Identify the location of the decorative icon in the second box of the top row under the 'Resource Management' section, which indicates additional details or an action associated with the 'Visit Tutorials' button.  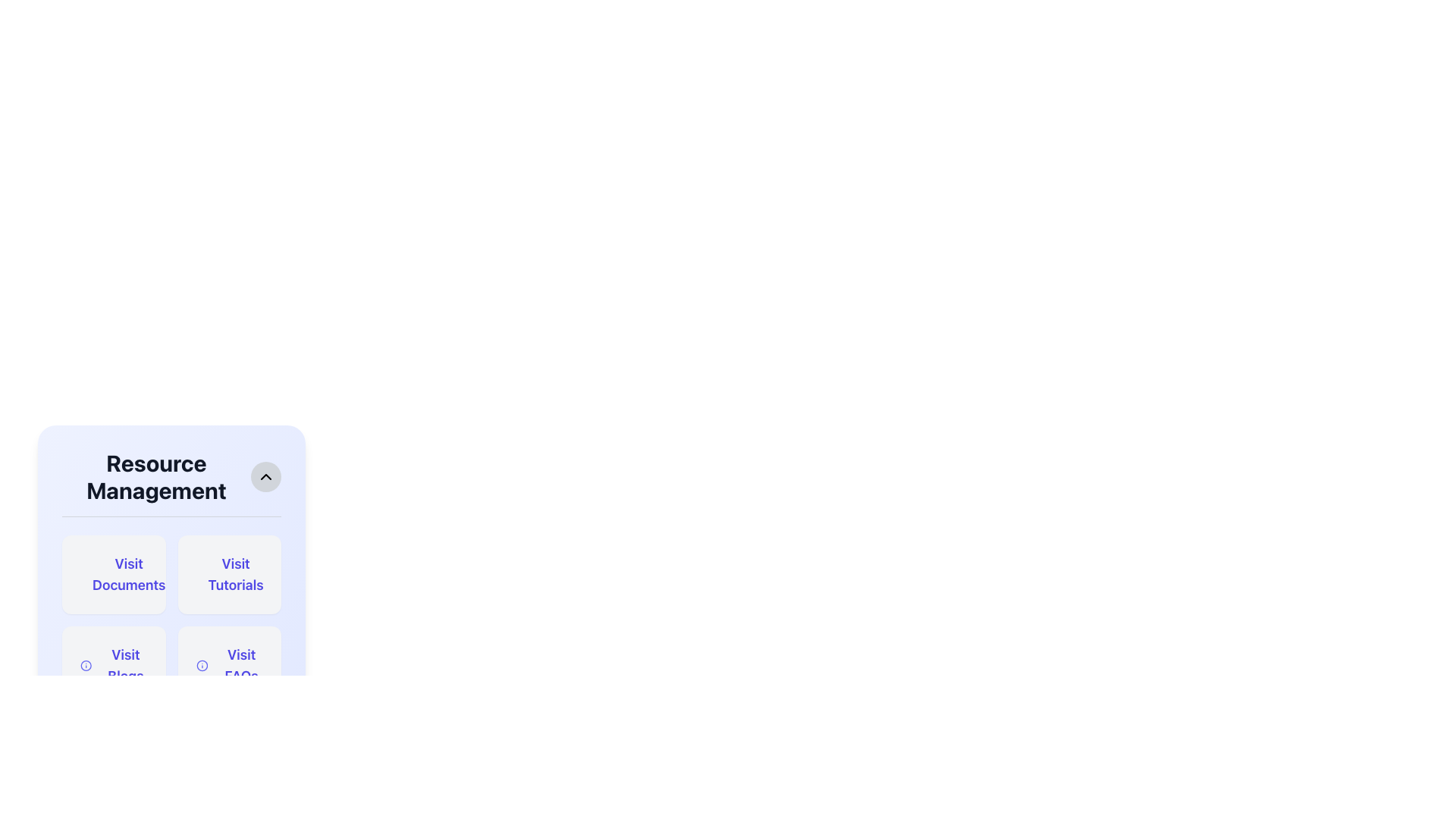
(204, 575).